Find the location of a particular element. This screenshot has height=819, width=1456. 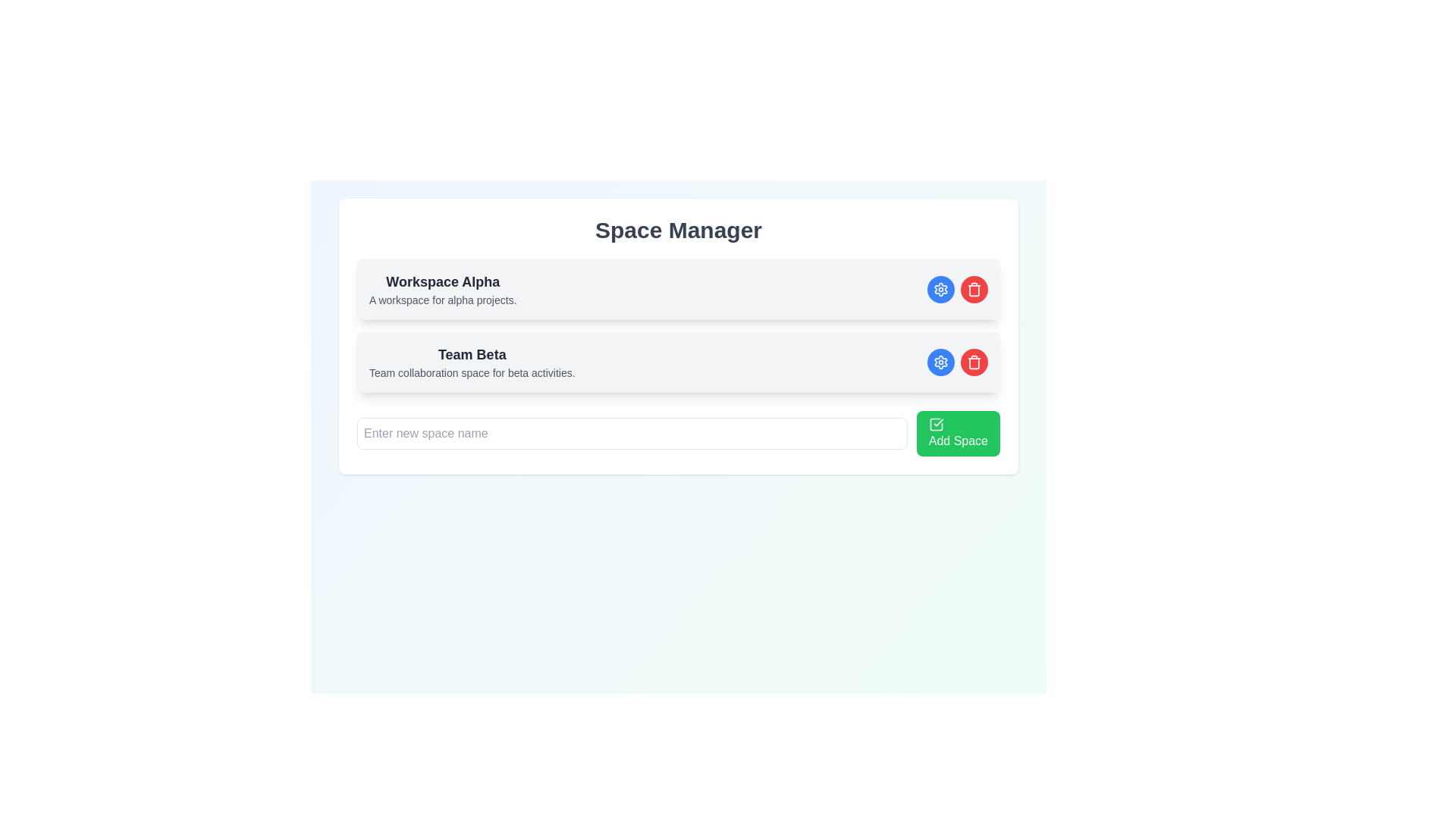

the gear icon within the blue circular button located to the right of the 'Team Beta' entry is located at coordinates (940, 362).